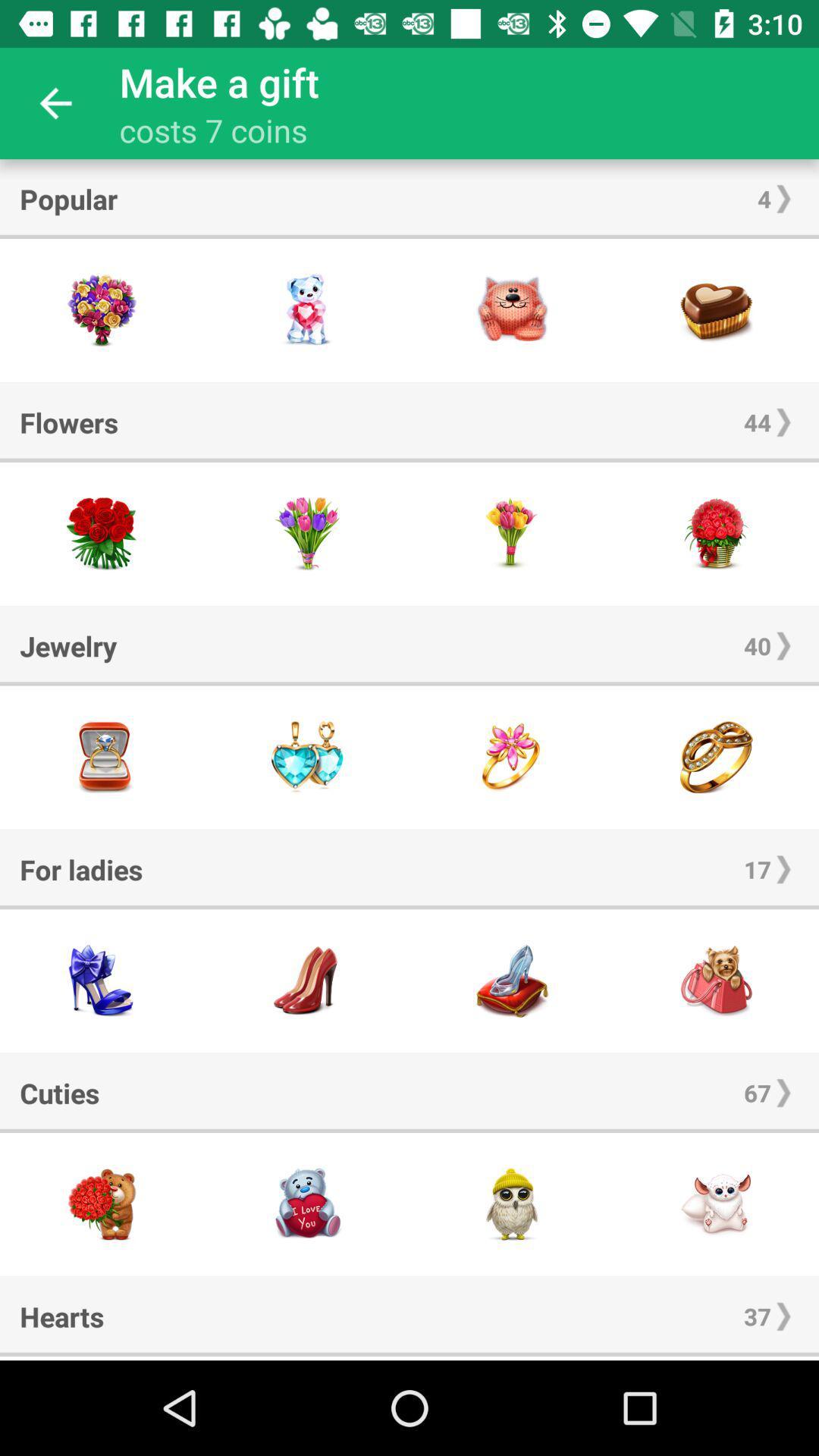 The width and height of the screenshot is (819, 1456). I want to click on the gift, so click(307, 1203).